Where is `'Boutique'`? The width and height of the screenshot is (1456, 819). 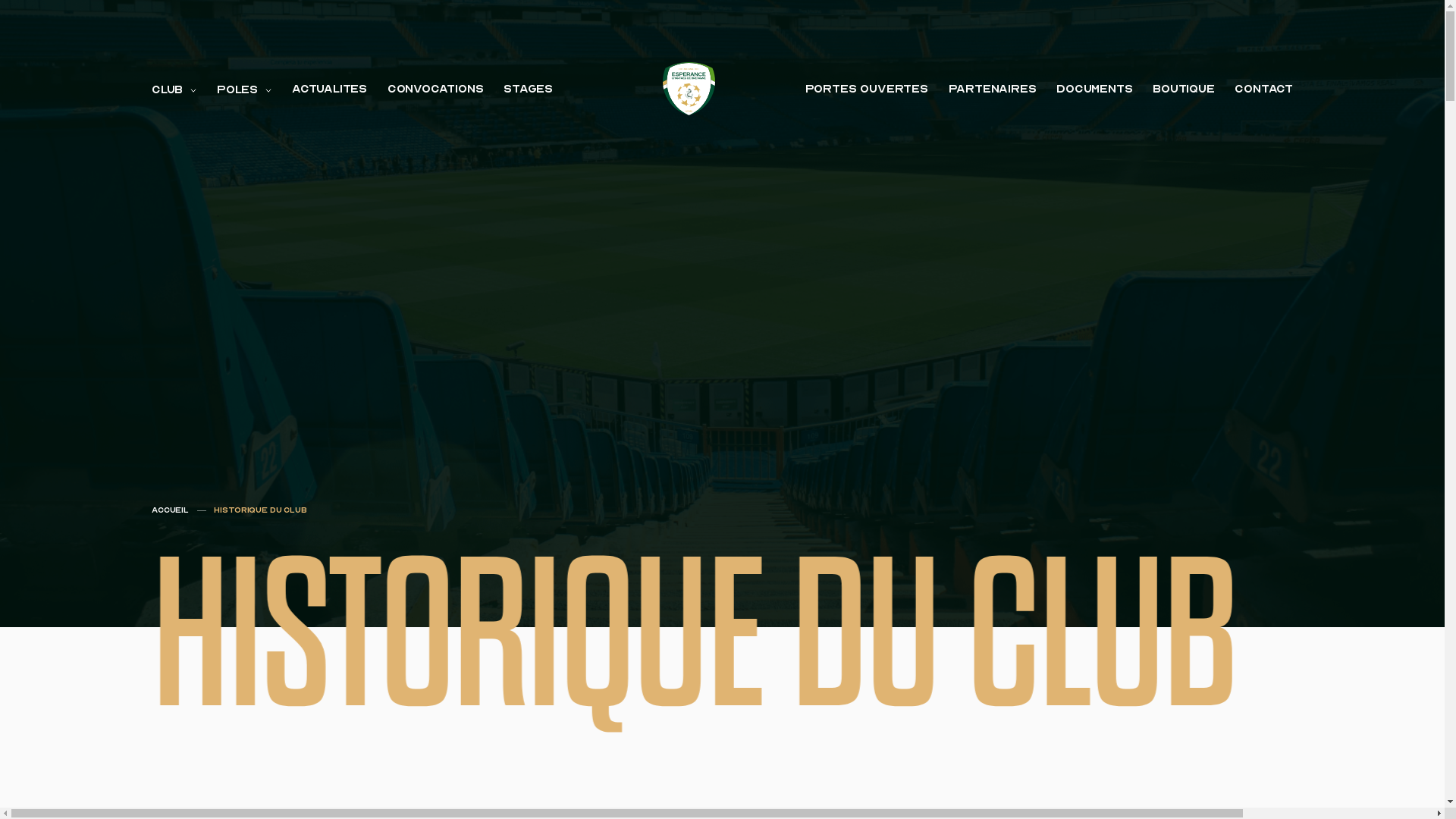 'Boutique' is located at coordinates (1182, 89).